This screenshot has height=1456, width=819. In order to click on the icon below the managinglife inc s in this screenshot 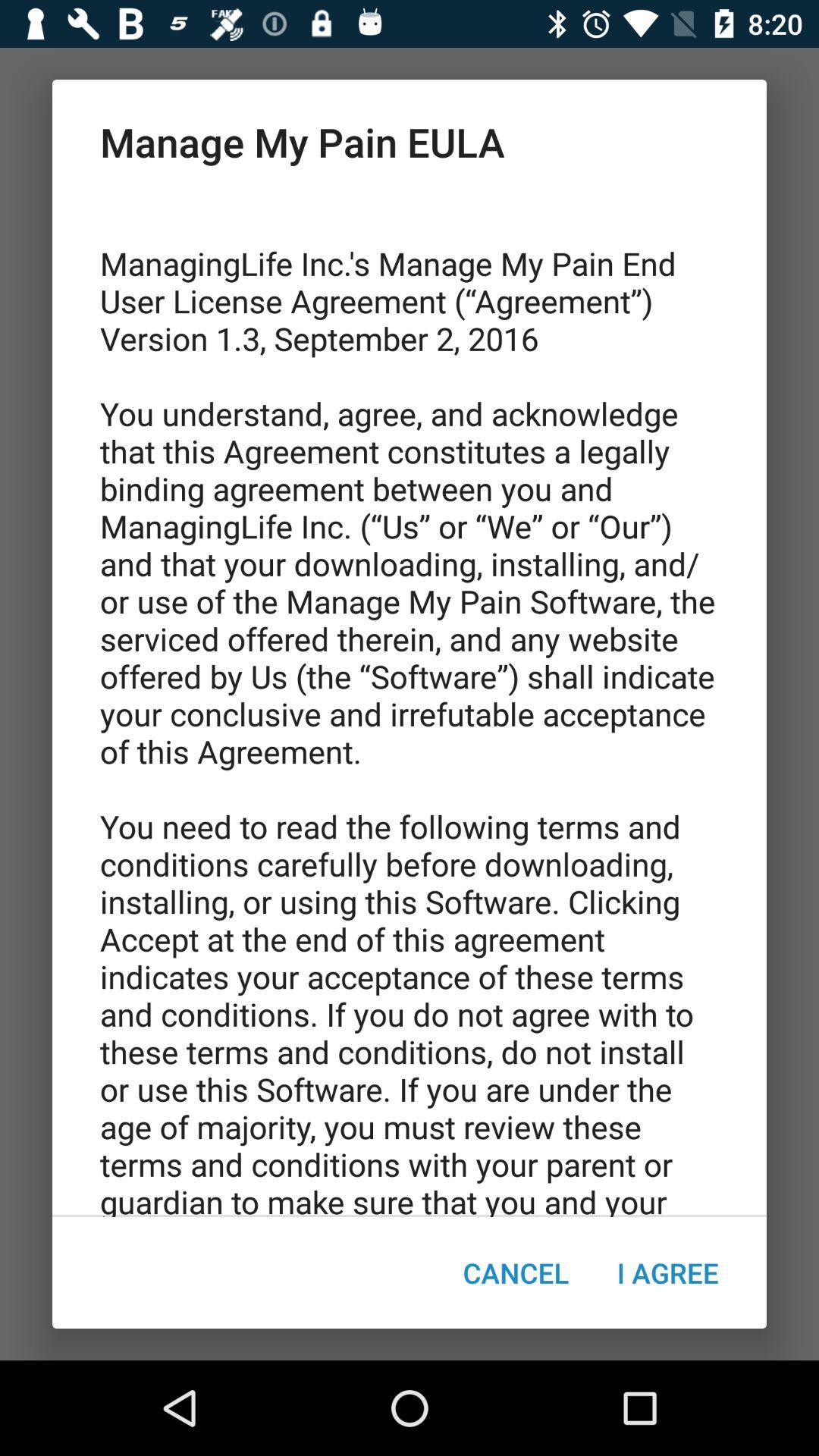, I will do `click(515, 1272)`.